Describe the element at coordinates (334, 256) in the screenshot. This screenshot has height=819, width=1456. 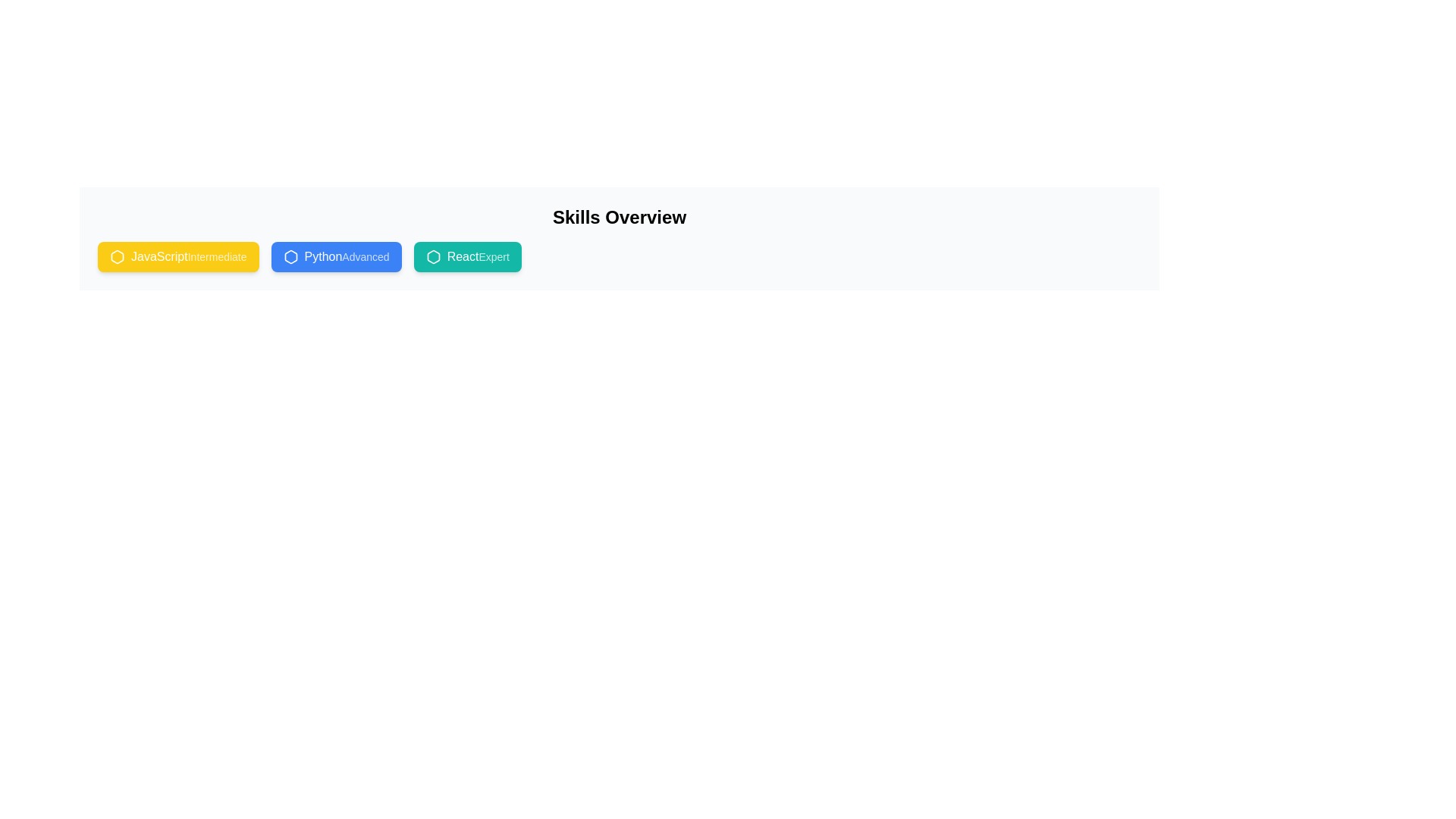
I see `the skill chip corresponding to Python` at that location.